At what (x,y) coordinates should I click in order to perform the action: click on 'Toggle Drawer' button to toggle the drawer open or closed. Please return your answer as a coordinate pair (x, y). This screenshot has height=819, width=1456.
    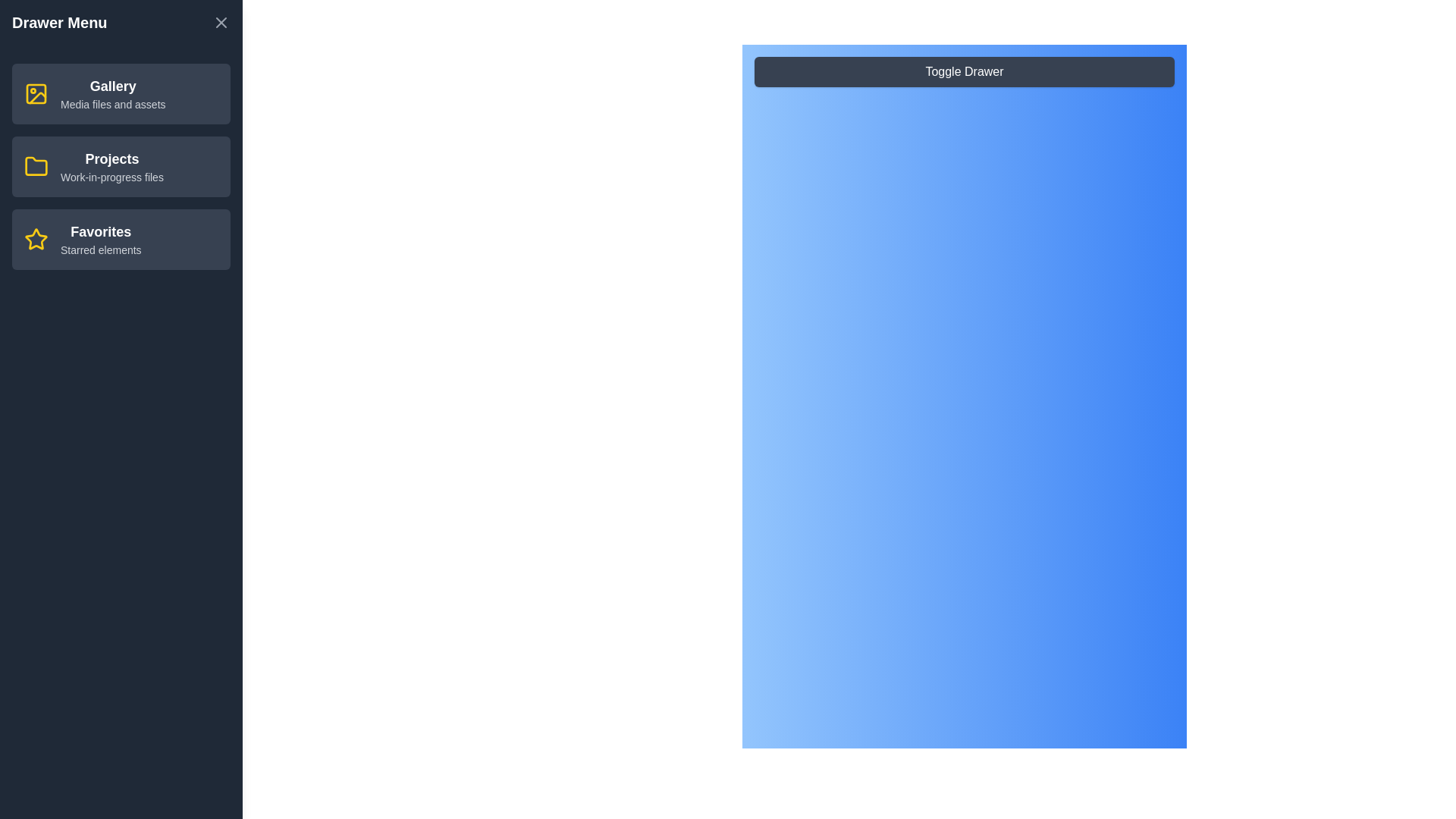
    Looking at the image, I should click on (964, 72).